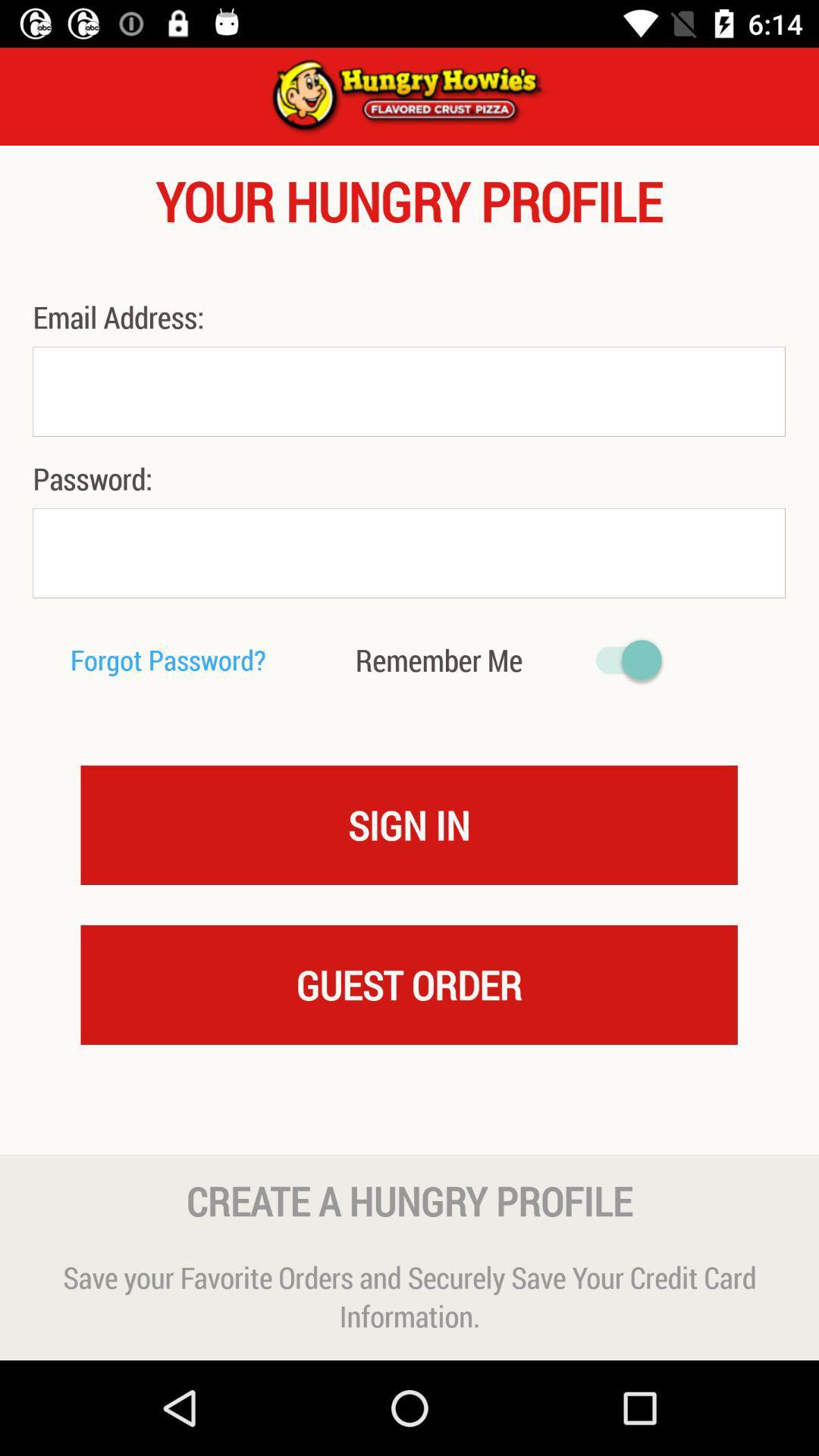  Describe the element at coordinates (408, 824) in the screenshot. I see `the sign in icon` at that location.